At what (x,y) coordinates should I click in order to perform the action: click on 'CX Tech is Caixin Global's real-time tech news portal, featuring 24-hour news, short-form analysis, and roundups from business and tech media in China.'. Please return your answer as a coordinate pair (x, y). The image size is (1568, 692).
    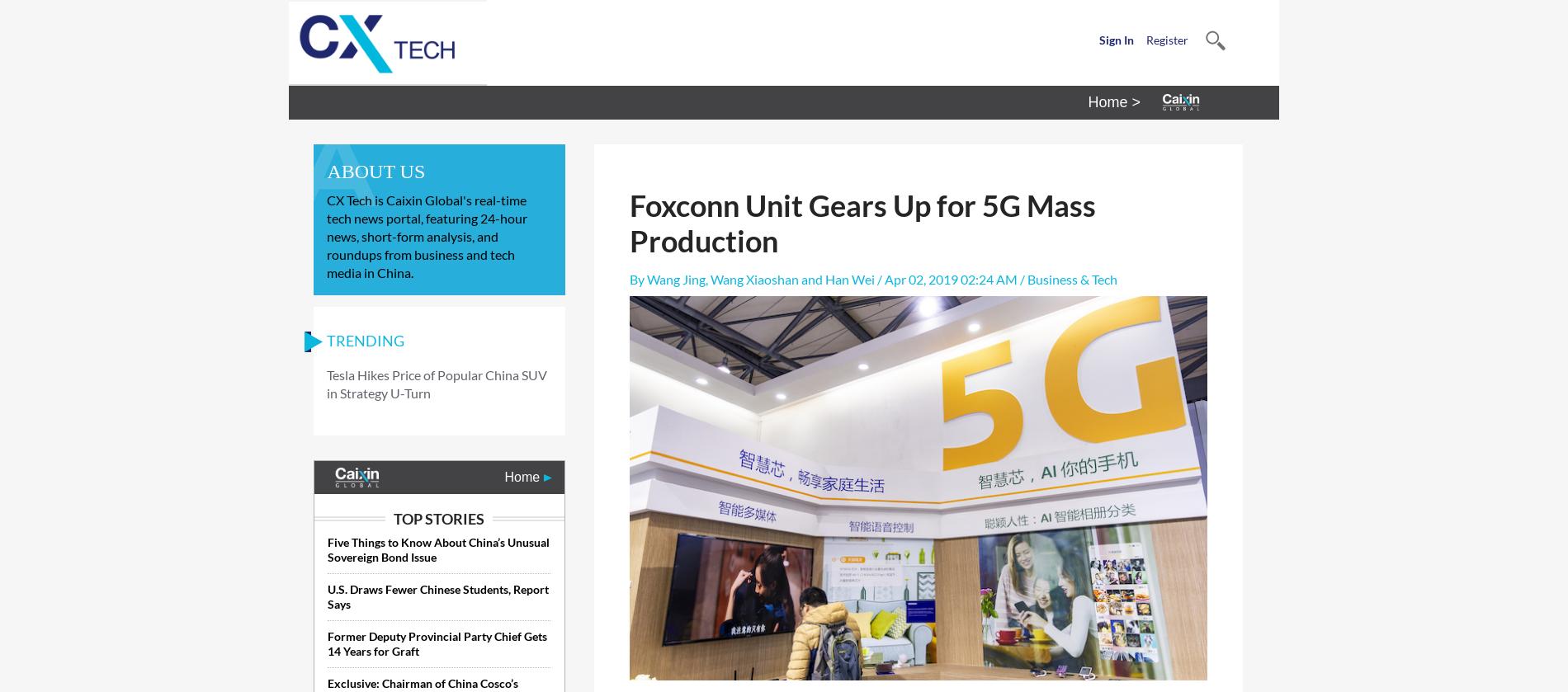
    Looking at the image, I should click on (427, 236).